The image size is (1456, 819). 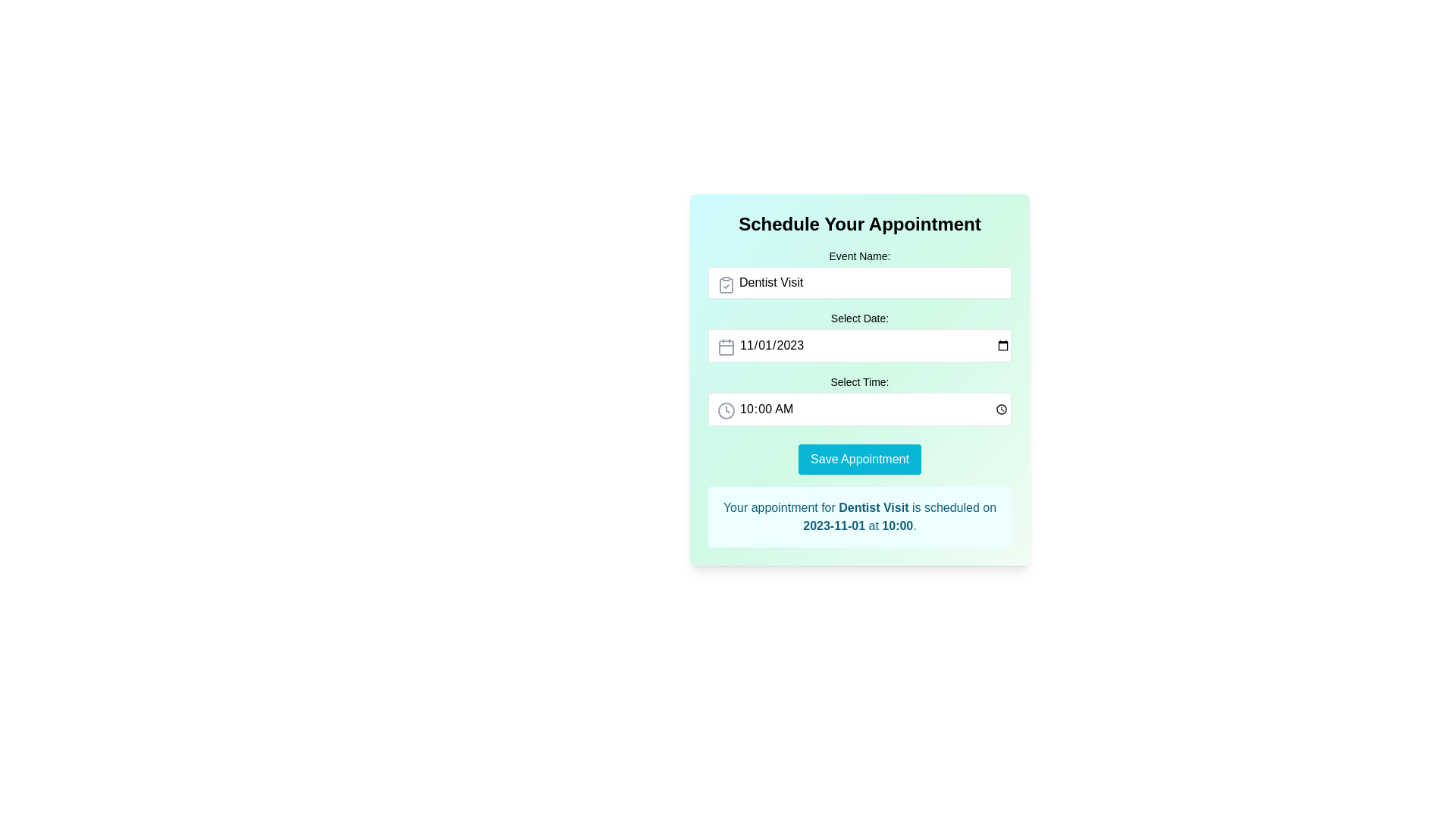 I want to click on the static text displaying the scheduled date of an appointment, located inside a light blue box between 'scheduled on' and 'at 10:00', so click(x=833, y=525).